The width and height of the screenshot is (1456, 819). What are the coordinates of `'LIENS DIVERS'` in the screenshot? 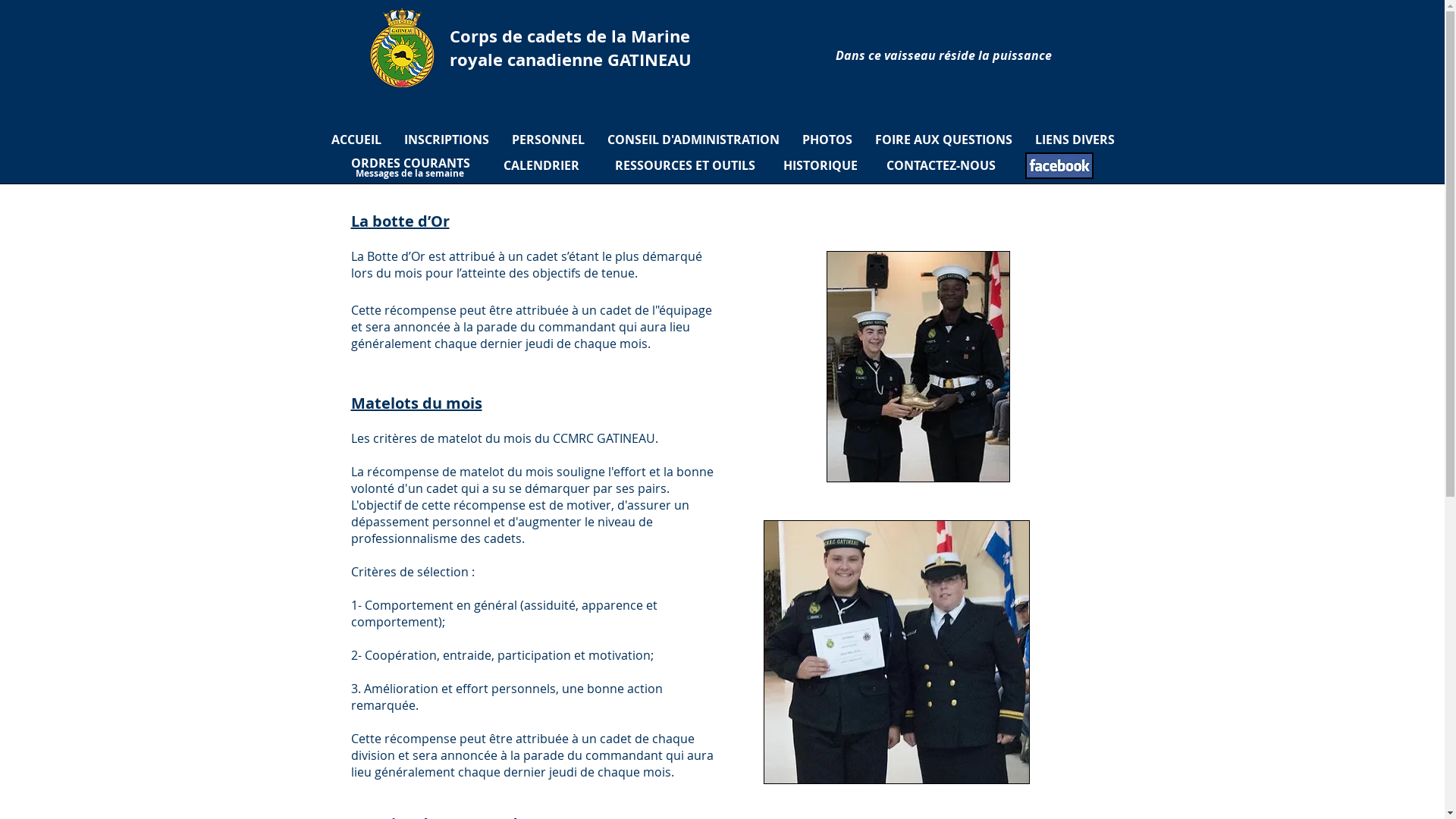 It's located at (1074, 140).